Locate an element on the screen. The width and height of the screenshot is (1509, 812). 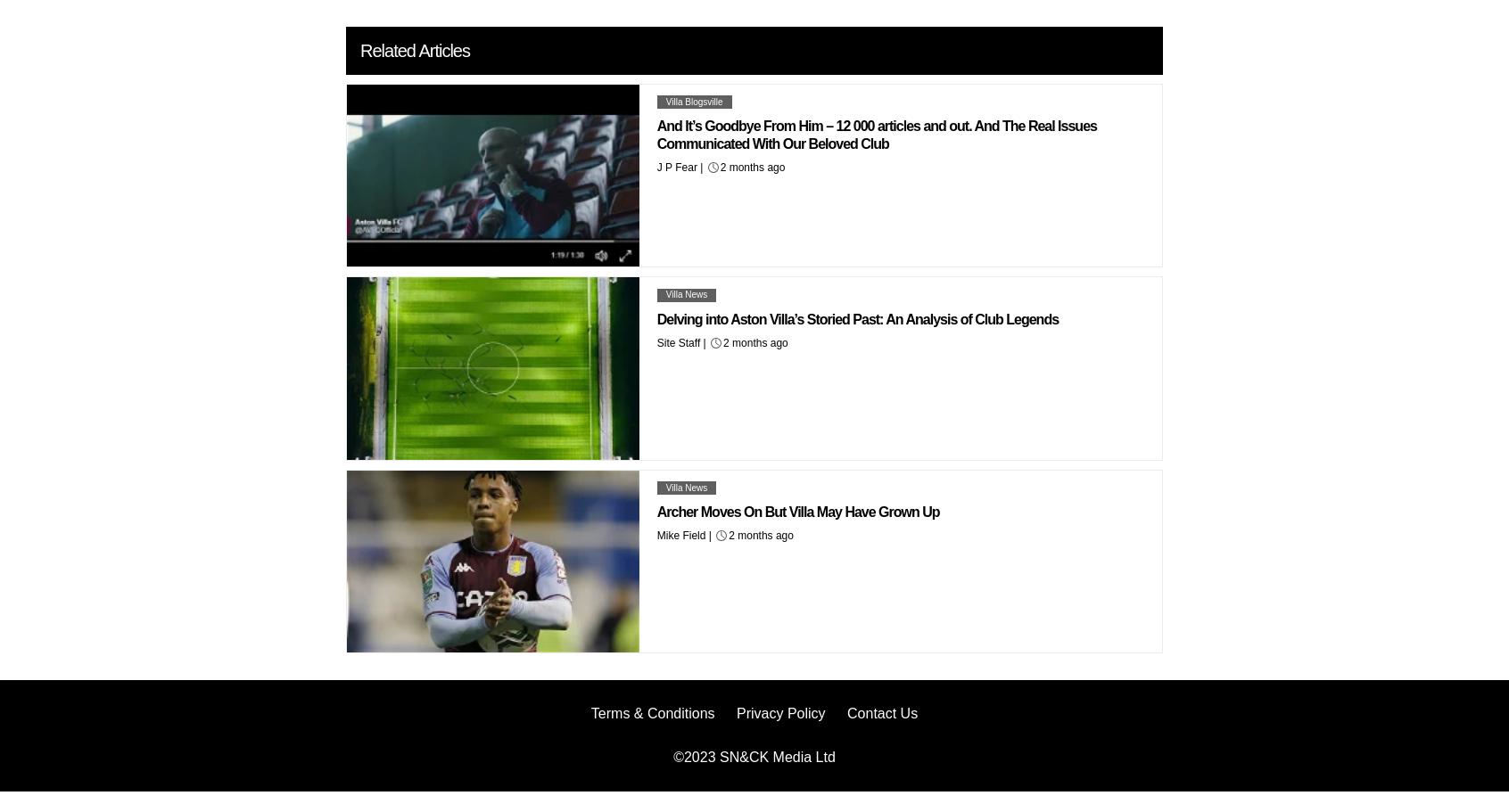
'J P Fear' is located at coordinates (656, 167).